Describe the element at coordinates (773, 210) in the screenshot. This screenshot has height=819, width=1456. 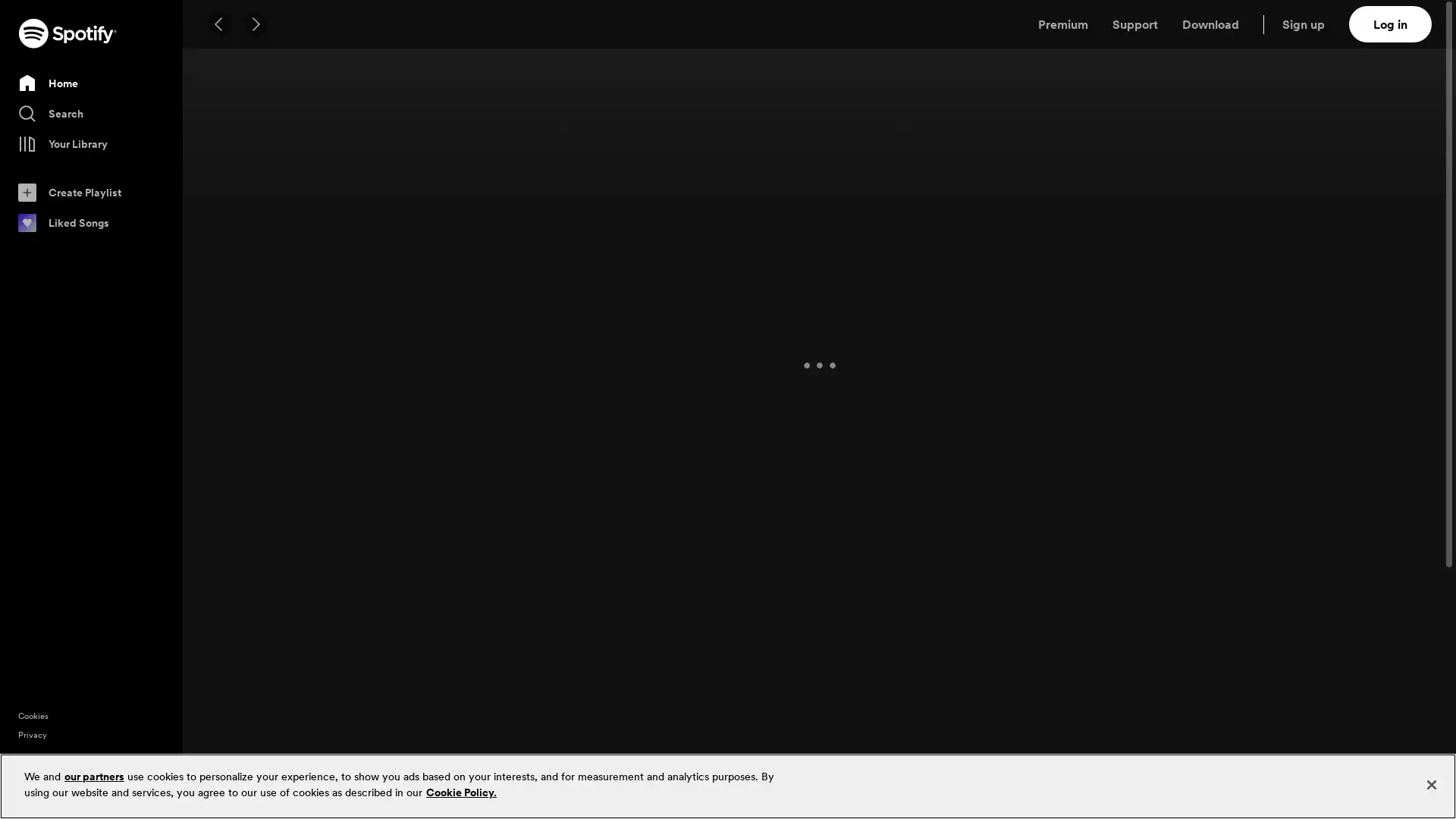
I see `Play Fresh Finds Dance` at that location.